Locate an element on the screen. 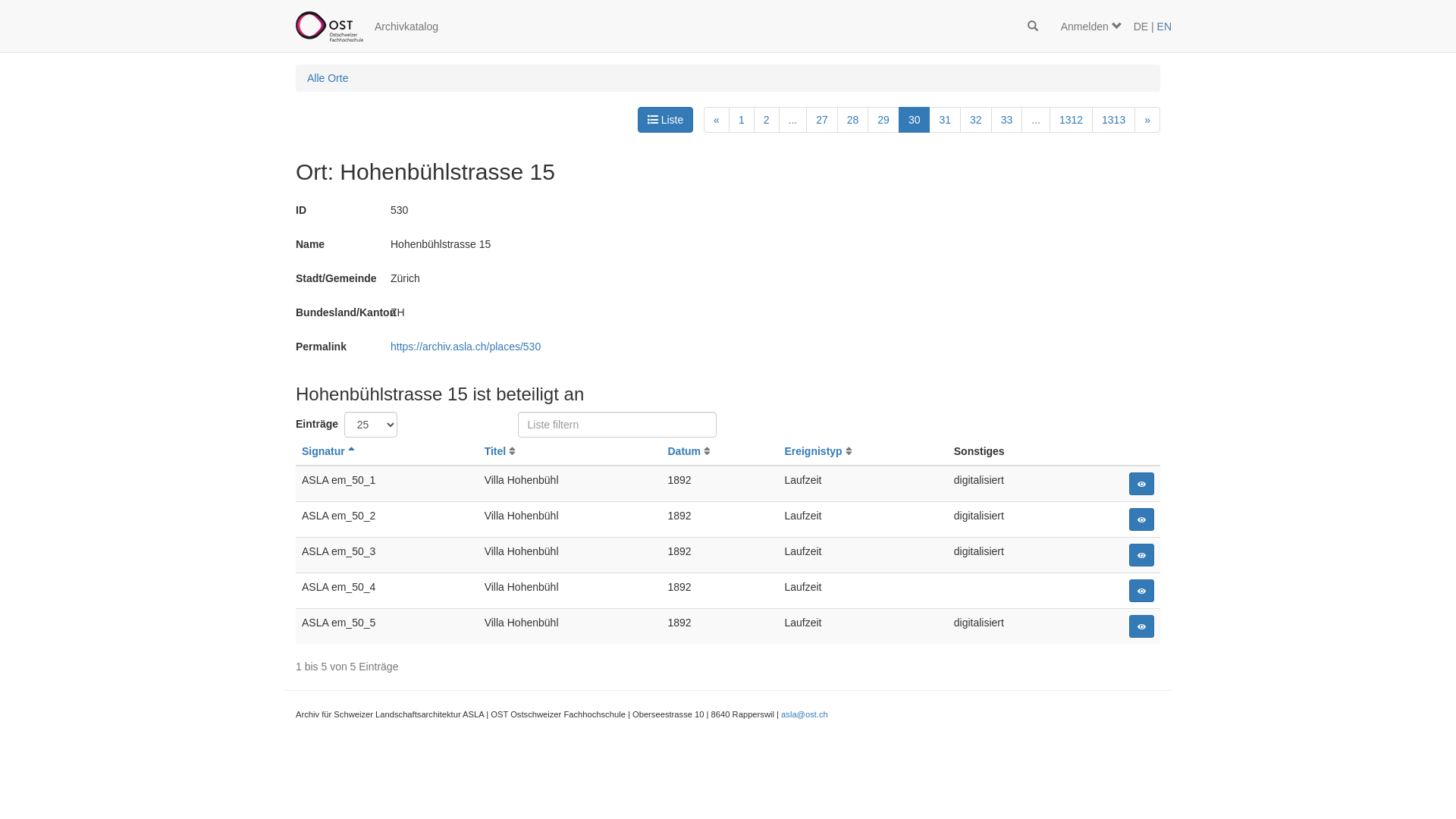  'Detail' is located at coordinates (1141, 626).